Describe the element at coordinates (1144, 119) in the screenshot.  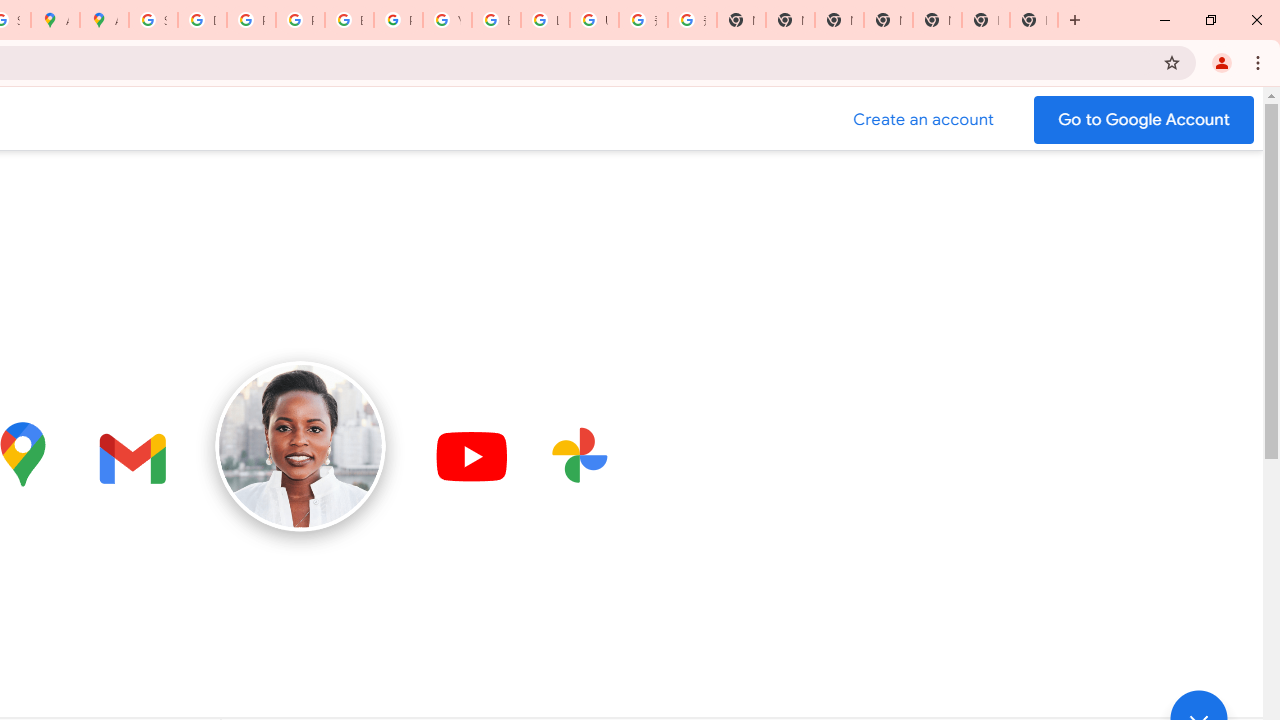
I see `'Go to your Google Account'` at that location.